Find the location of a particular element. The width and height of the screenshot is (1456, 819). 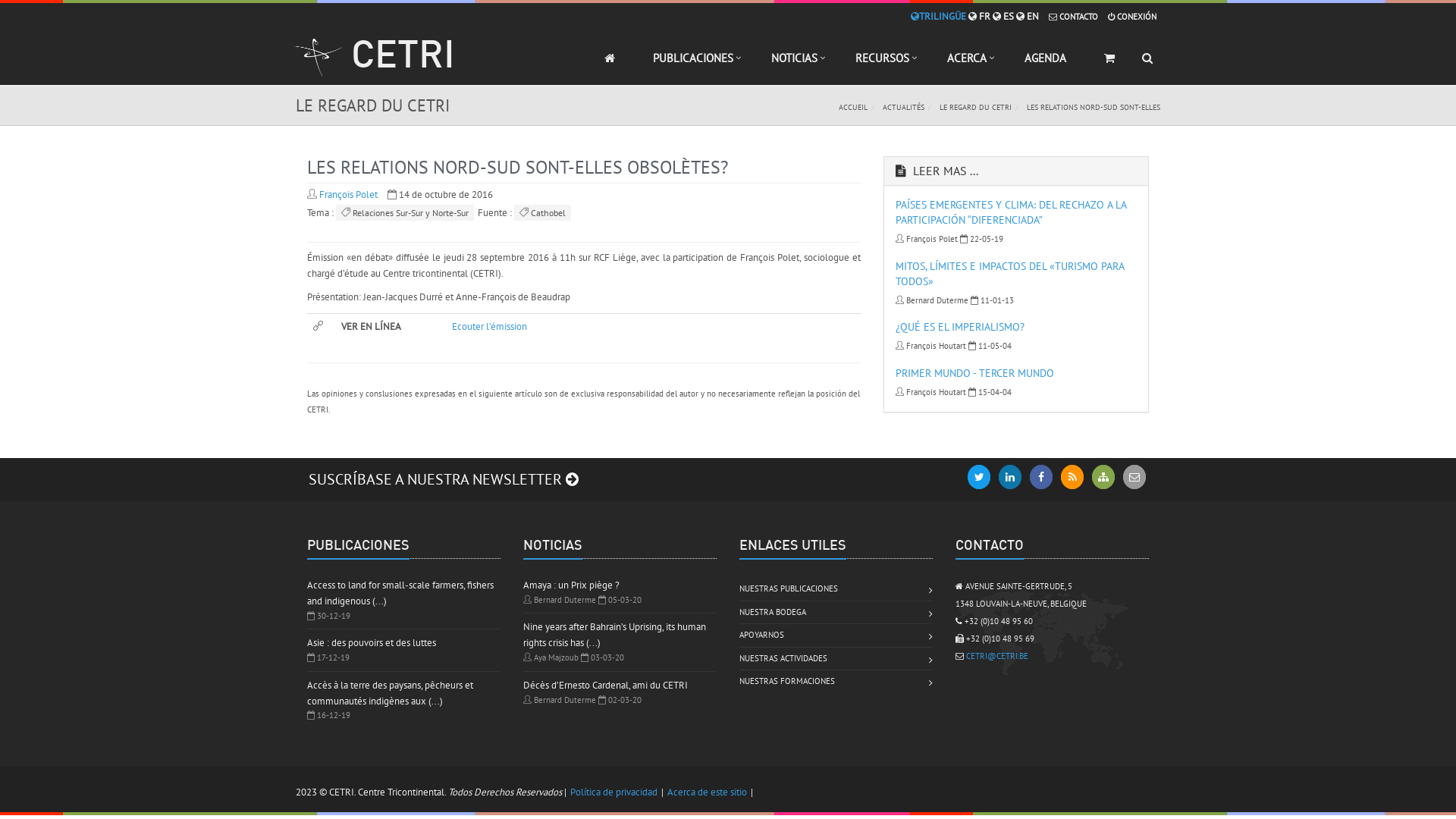

'NUESTRA BODEGA' is located at coordinates (772, 611).